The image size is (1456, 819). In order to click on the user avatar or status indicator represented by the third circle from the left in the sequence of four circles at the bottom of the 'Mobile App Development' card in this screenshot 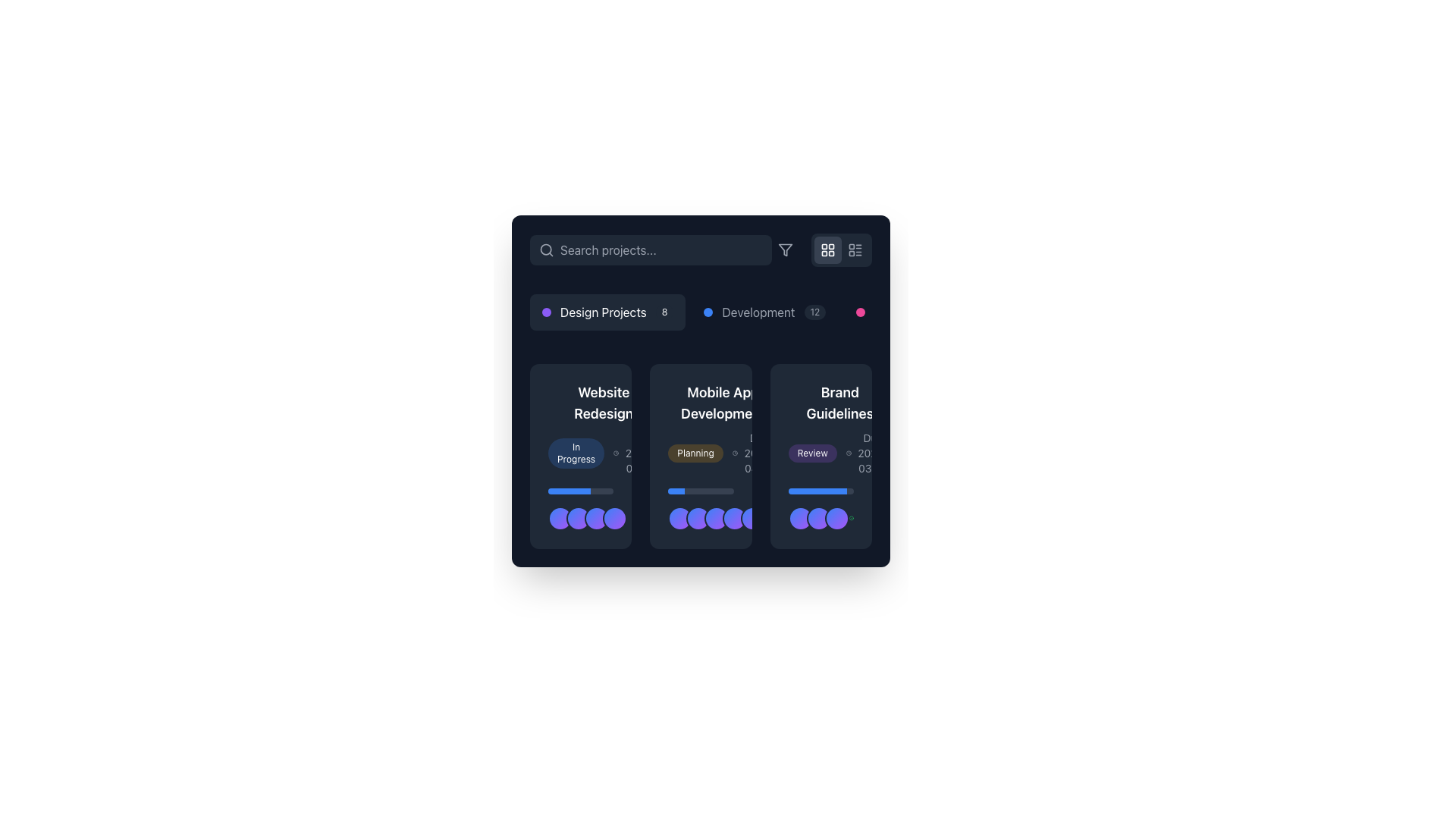, I will do `click(596, 517)`.